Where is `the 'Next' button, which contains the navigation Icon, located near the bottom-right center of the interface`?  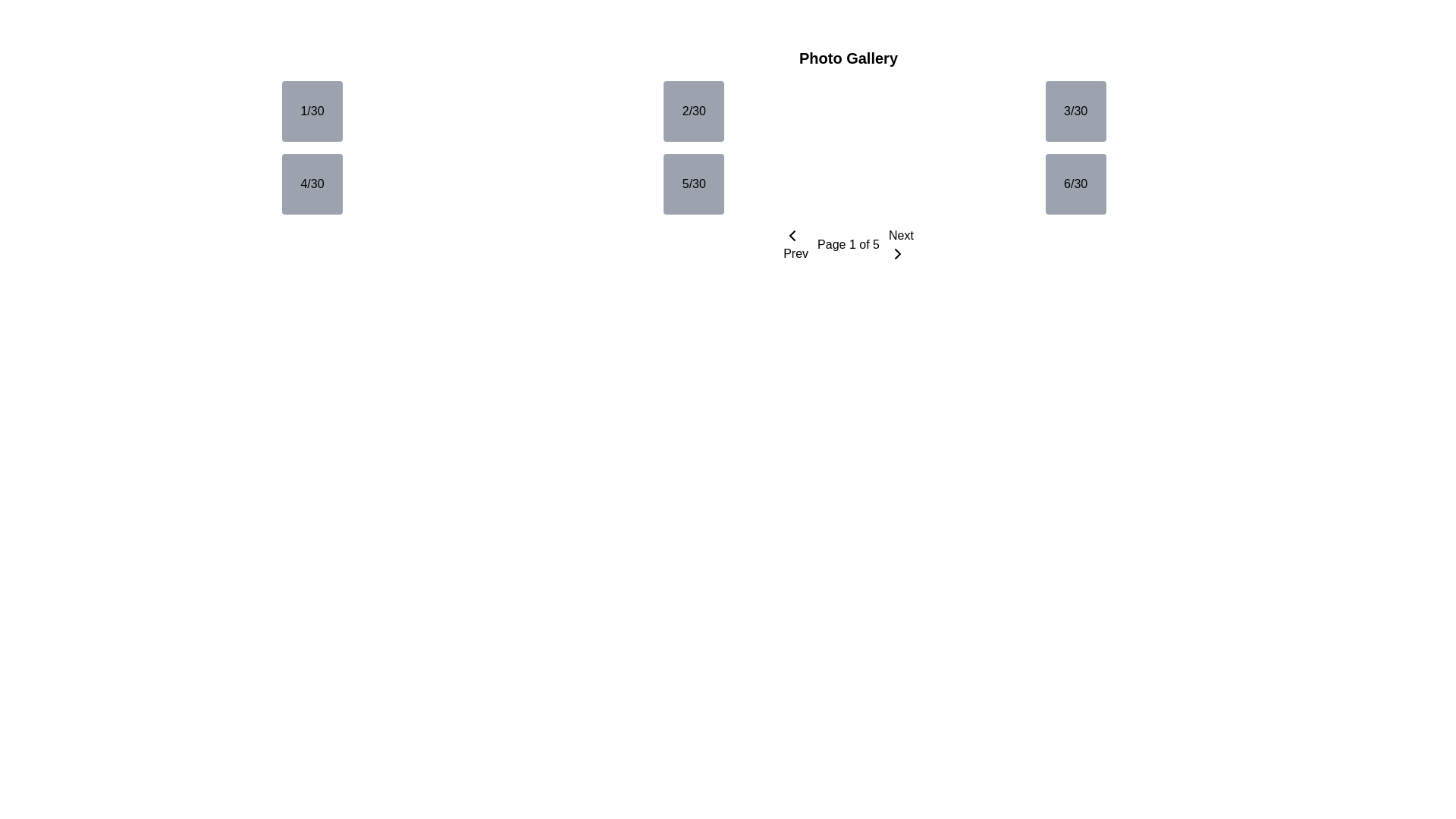 the 'Next' button, which contains the navigation Icon, located near the bottom-right center of the interface is located at coordinates (897, 253).